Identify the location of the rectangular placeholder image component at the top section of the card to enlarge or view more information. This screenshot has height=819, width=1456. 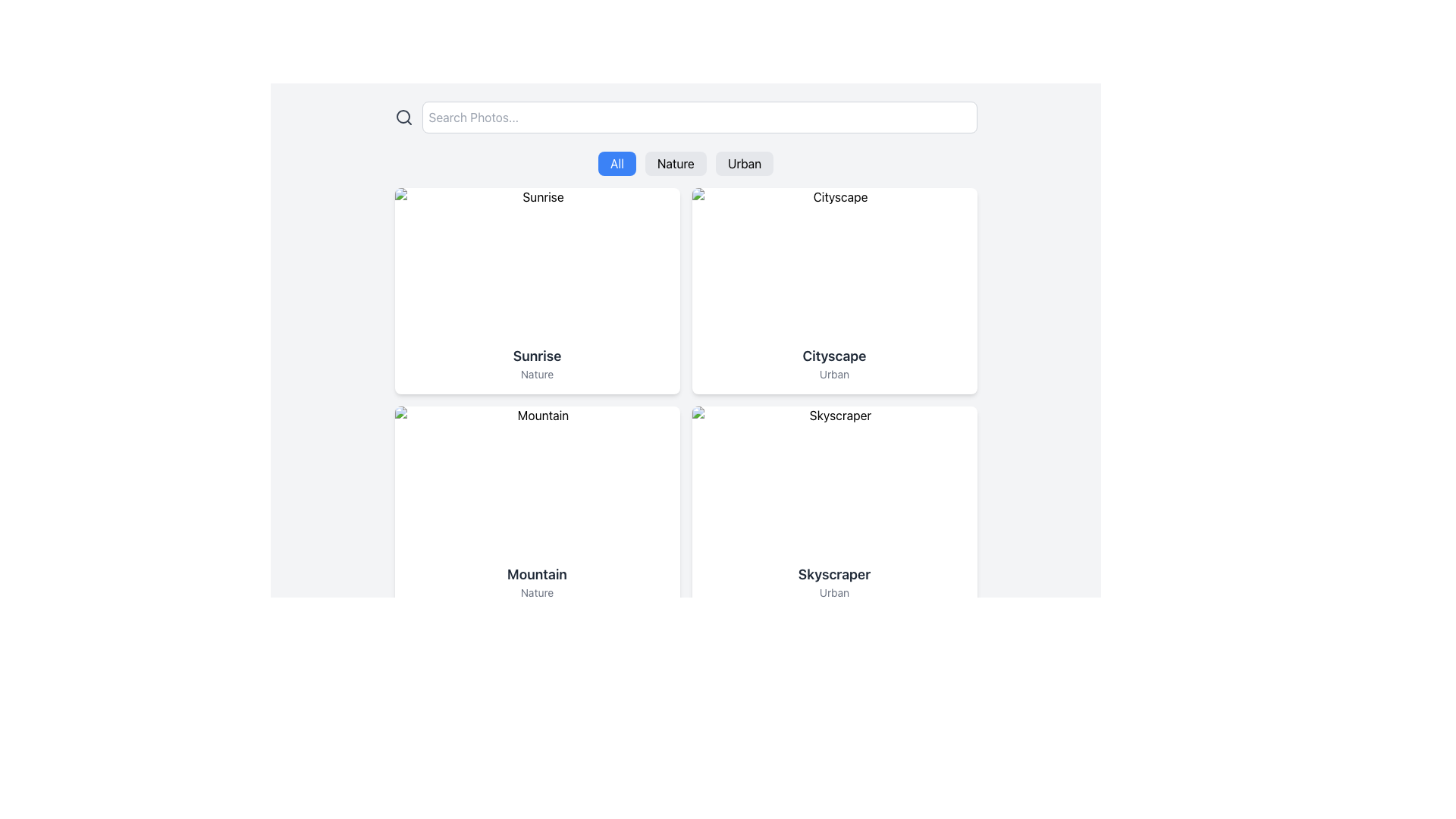
(537, 259).